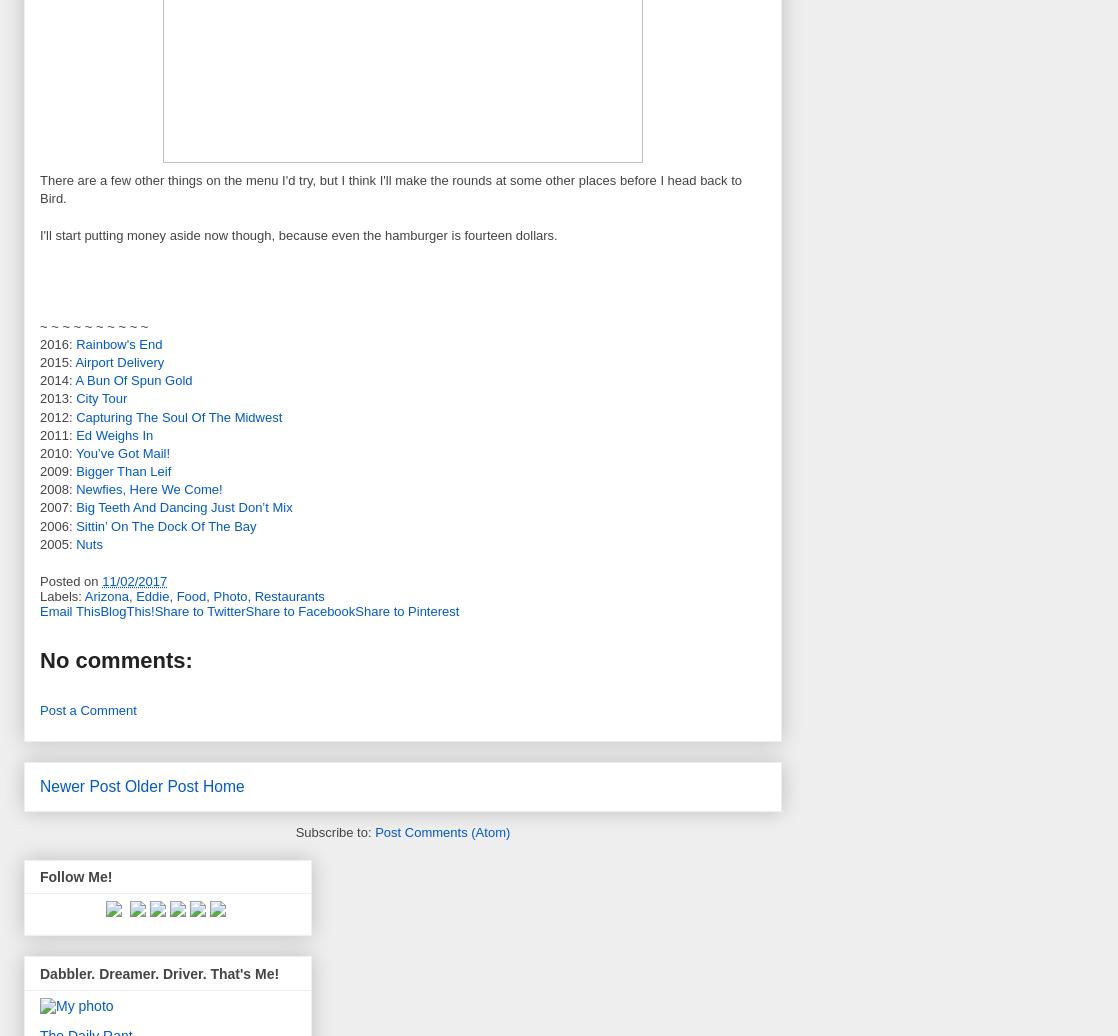 The height and width of the screenshot is (1036, 1118). I want to click on 'Photo', so click(229, 595).